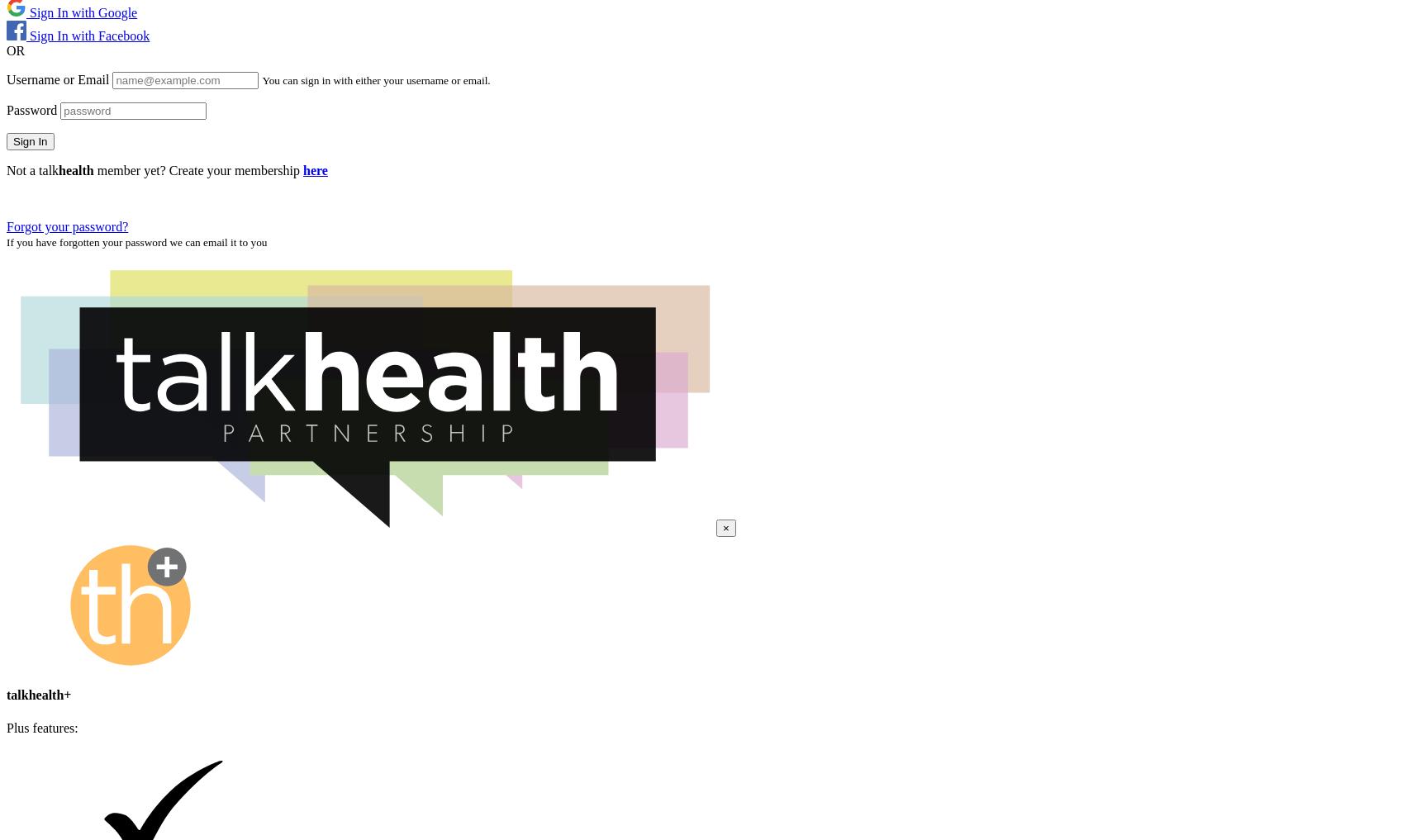  What do you see at coordinates (28, 694) in the screenshot?
I see `'health+'` at bounding box center [28, 694].